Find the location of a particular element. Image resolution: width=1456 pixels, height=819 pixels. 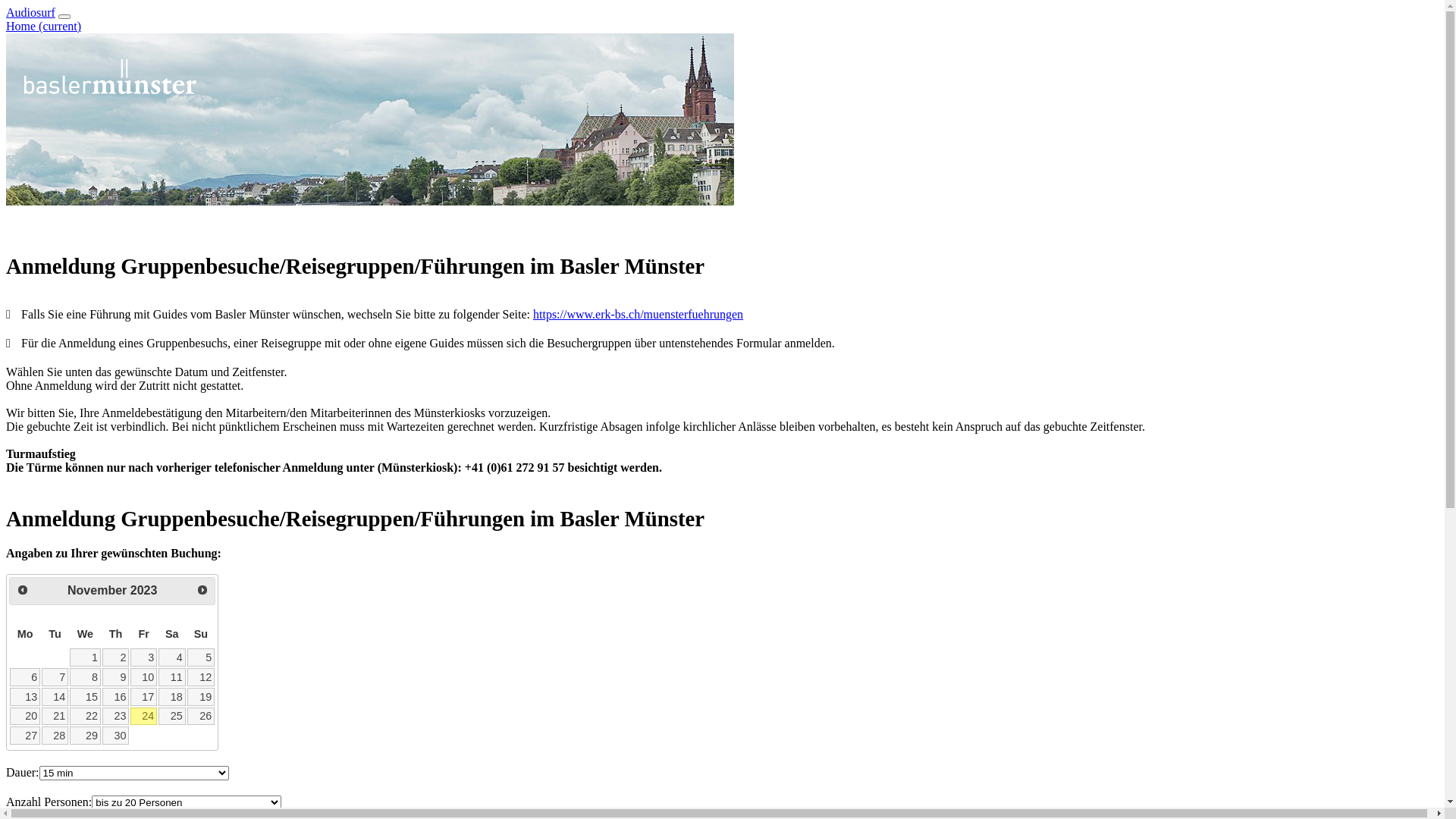

'Prev' is located at coordinates (22, 589).